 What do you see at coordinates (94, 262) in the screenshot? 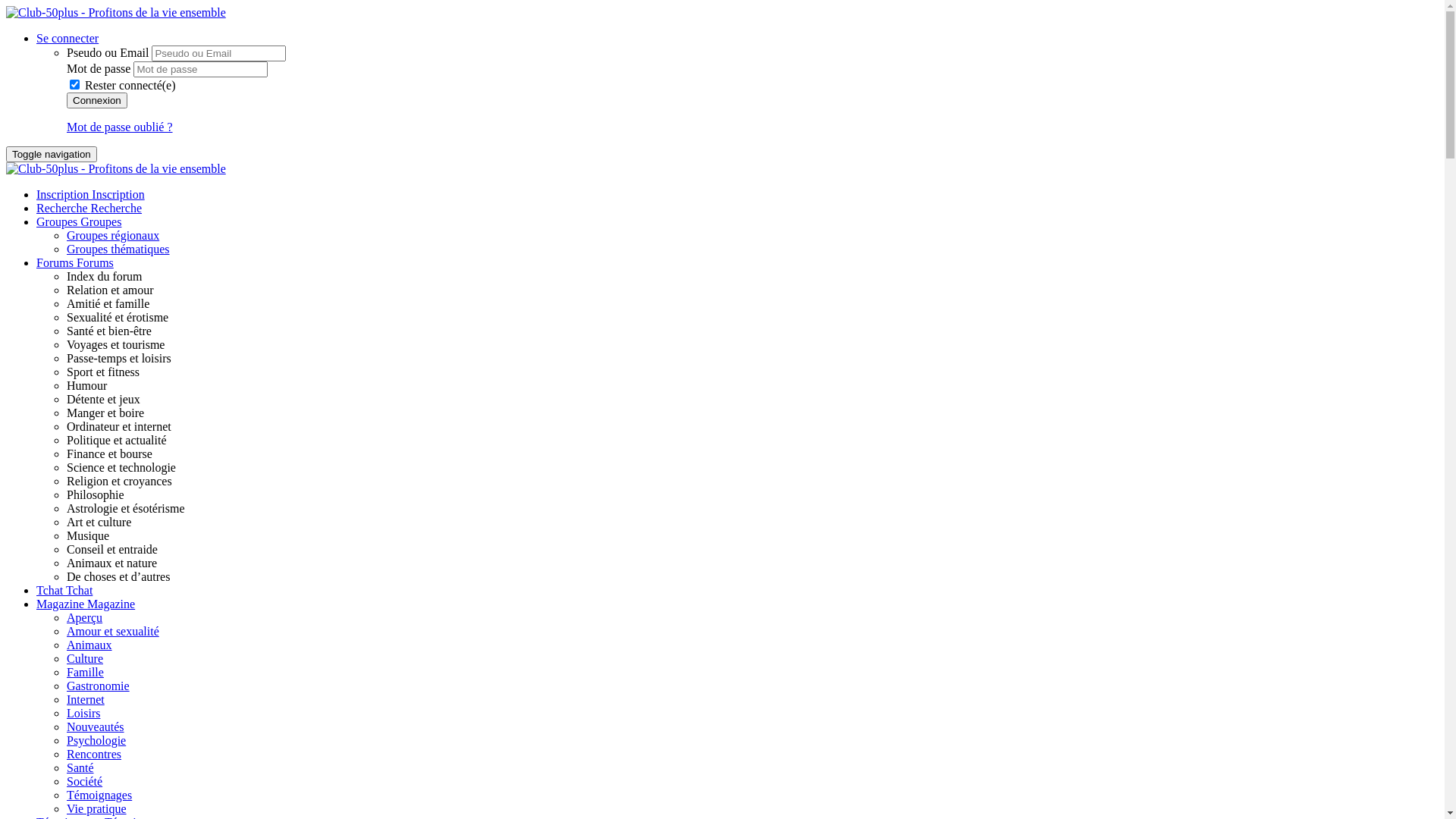
I see `'Forums'` at bounding box center [94, 262].